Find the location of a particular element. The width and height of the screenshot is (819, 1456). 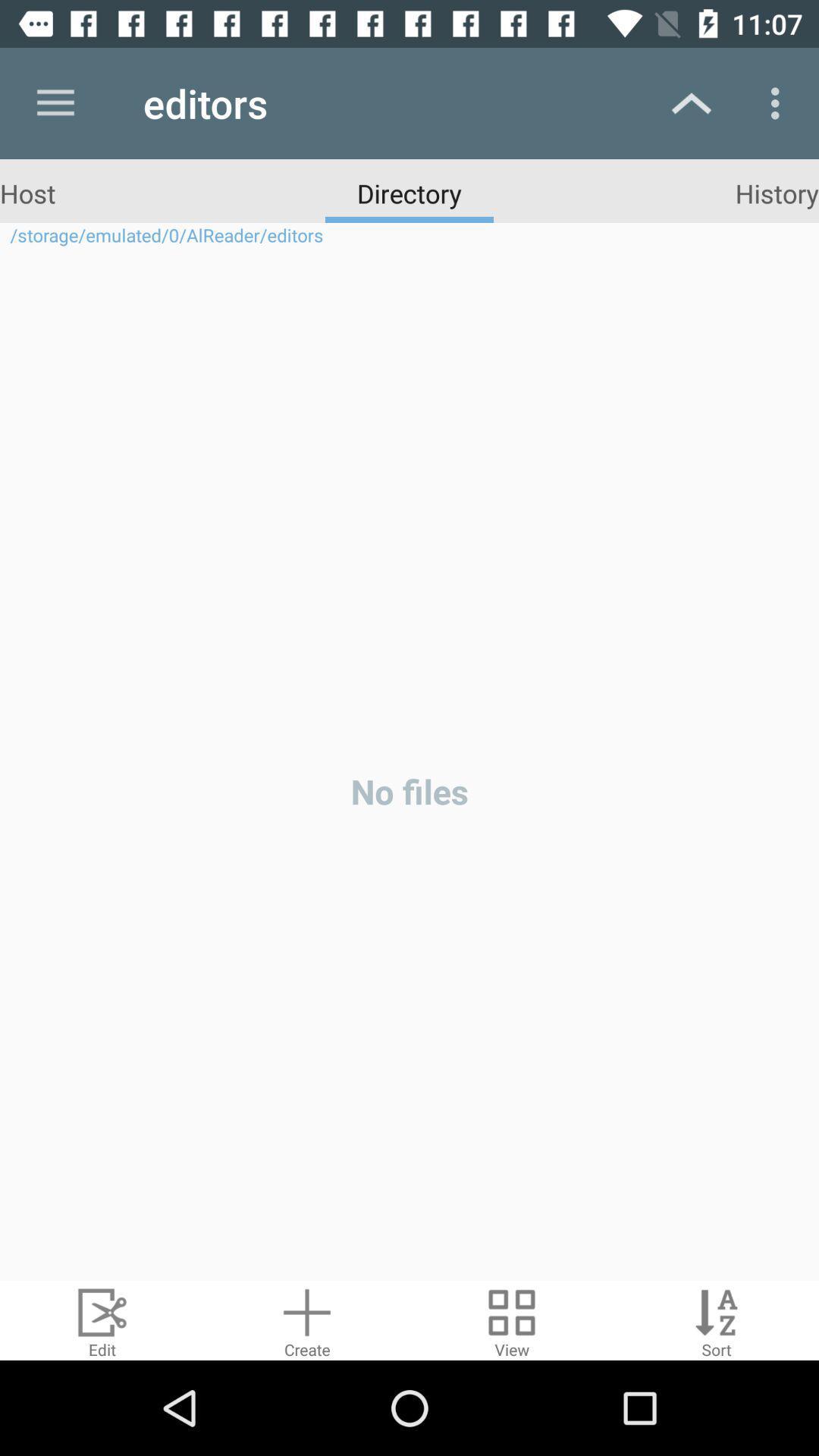

item to the left of the directory icon is located at coordinates (27, 192).